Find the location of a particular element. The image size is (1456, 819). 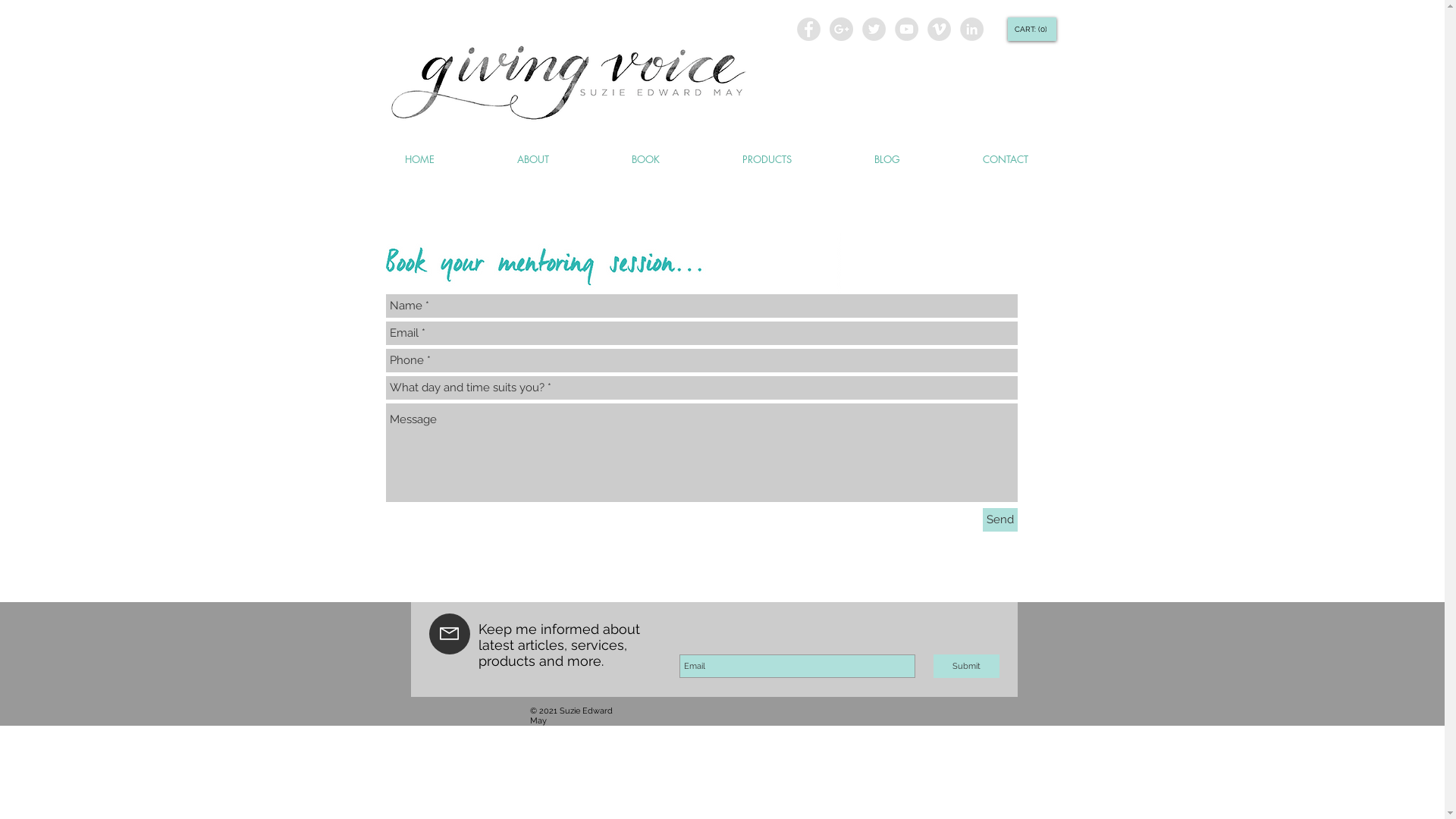

'BLOG' is located at coordinates (886, 159).